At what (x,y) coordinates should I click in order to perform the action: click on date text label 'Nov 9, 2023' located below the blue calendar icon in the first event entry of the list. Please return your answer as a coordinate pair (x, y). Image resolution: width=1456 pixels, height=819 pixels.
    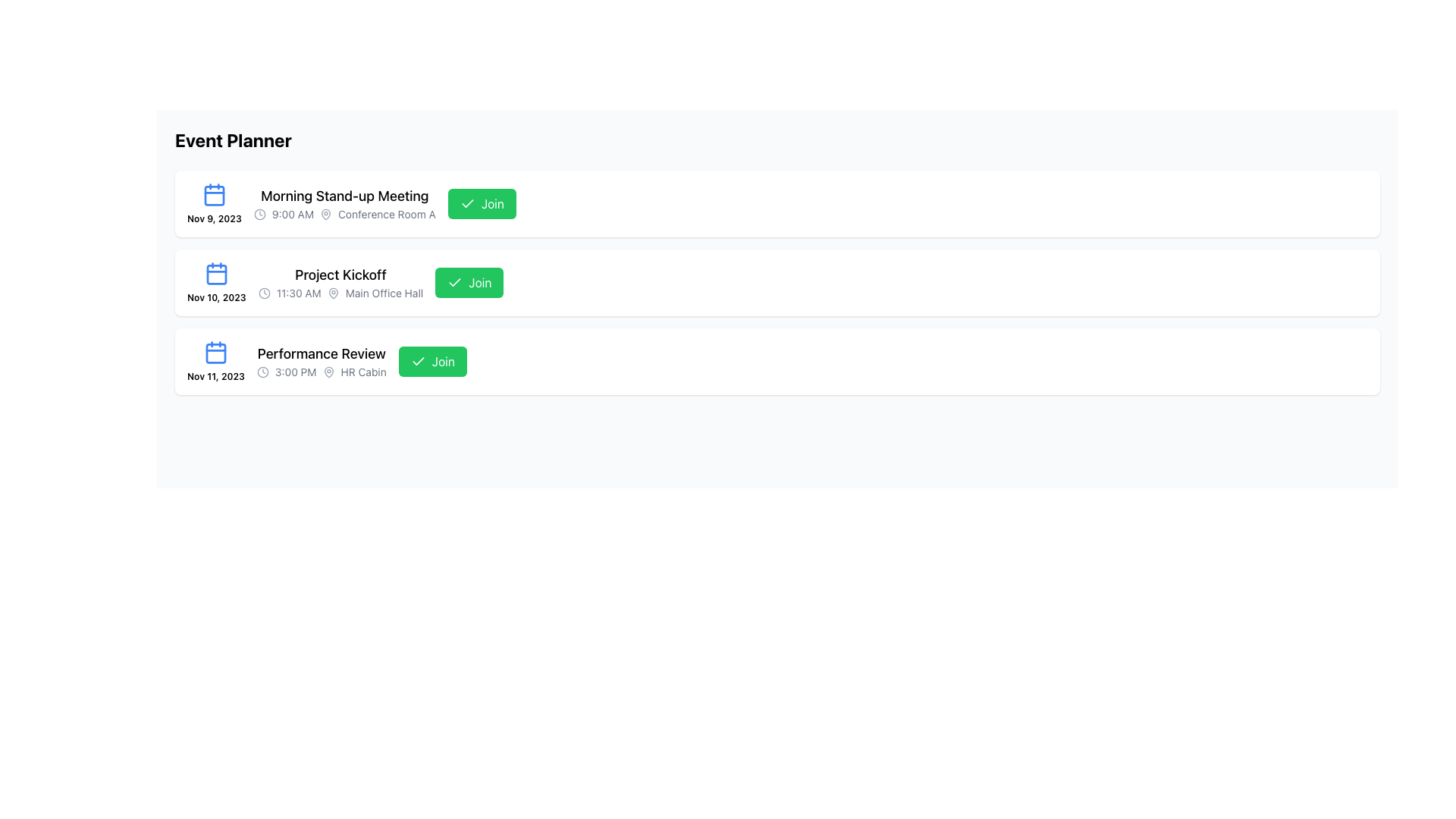
    Looking at the image, I should click on (213, 219).